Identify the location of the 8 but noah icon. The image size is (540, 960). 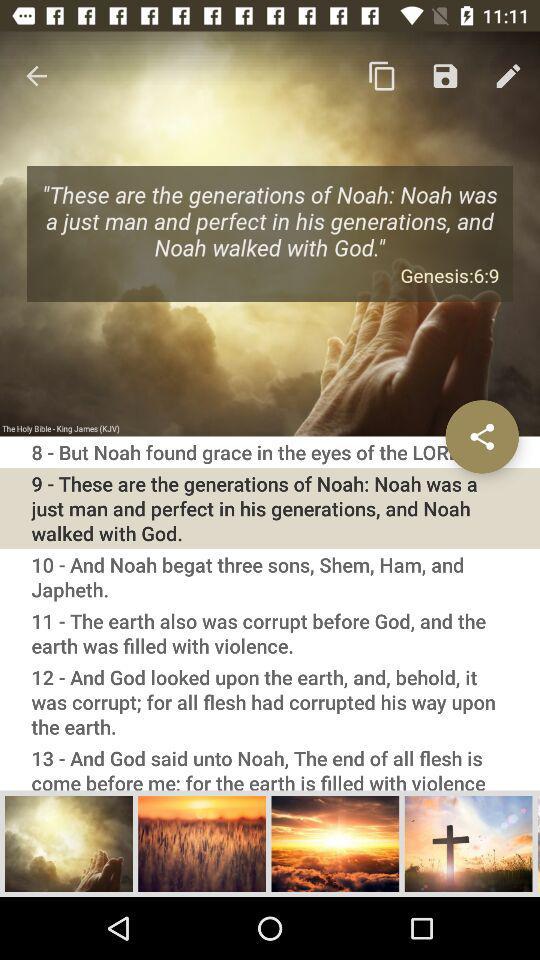
(270, 452).